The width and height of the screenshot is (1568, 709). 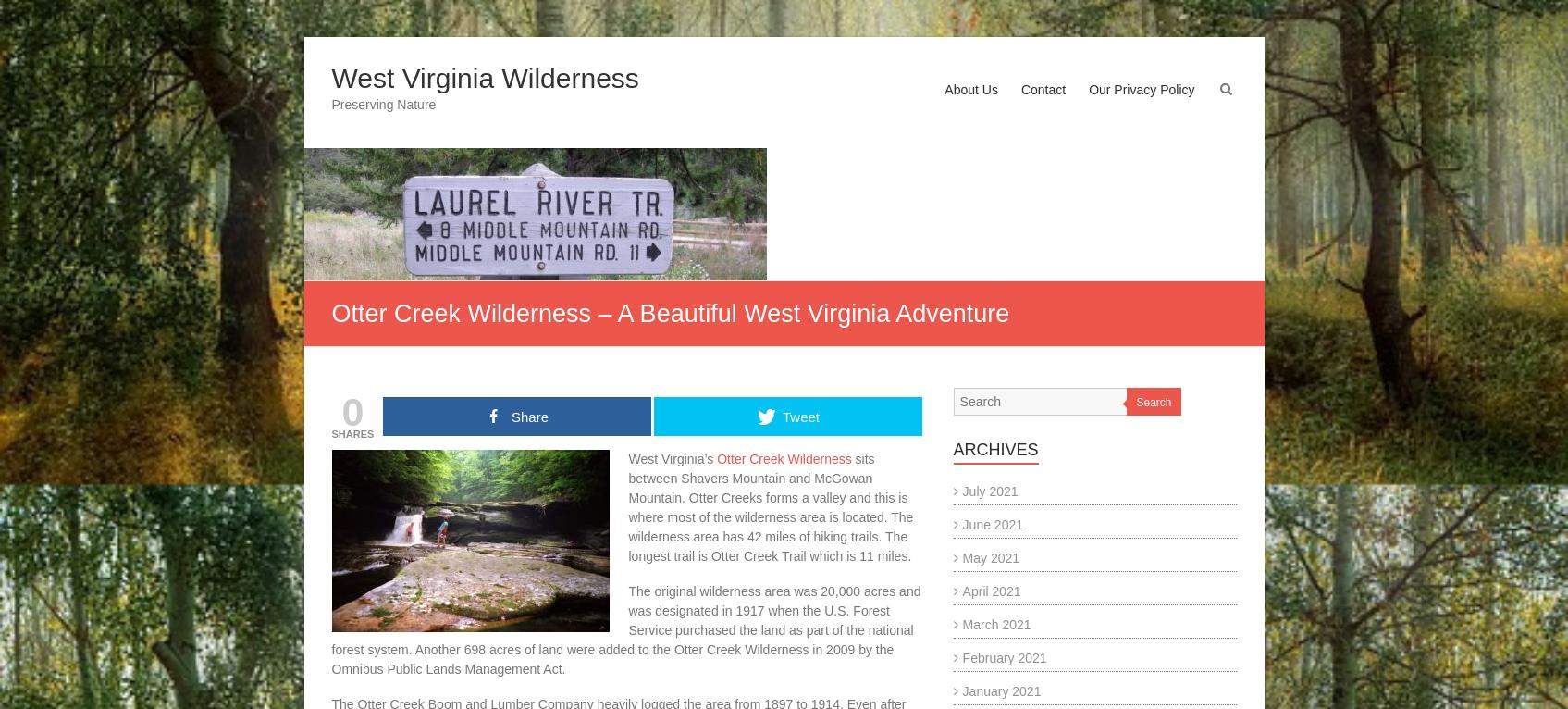 I want to click on 'West Virginia Wilderness', so click(x=484, y=77).